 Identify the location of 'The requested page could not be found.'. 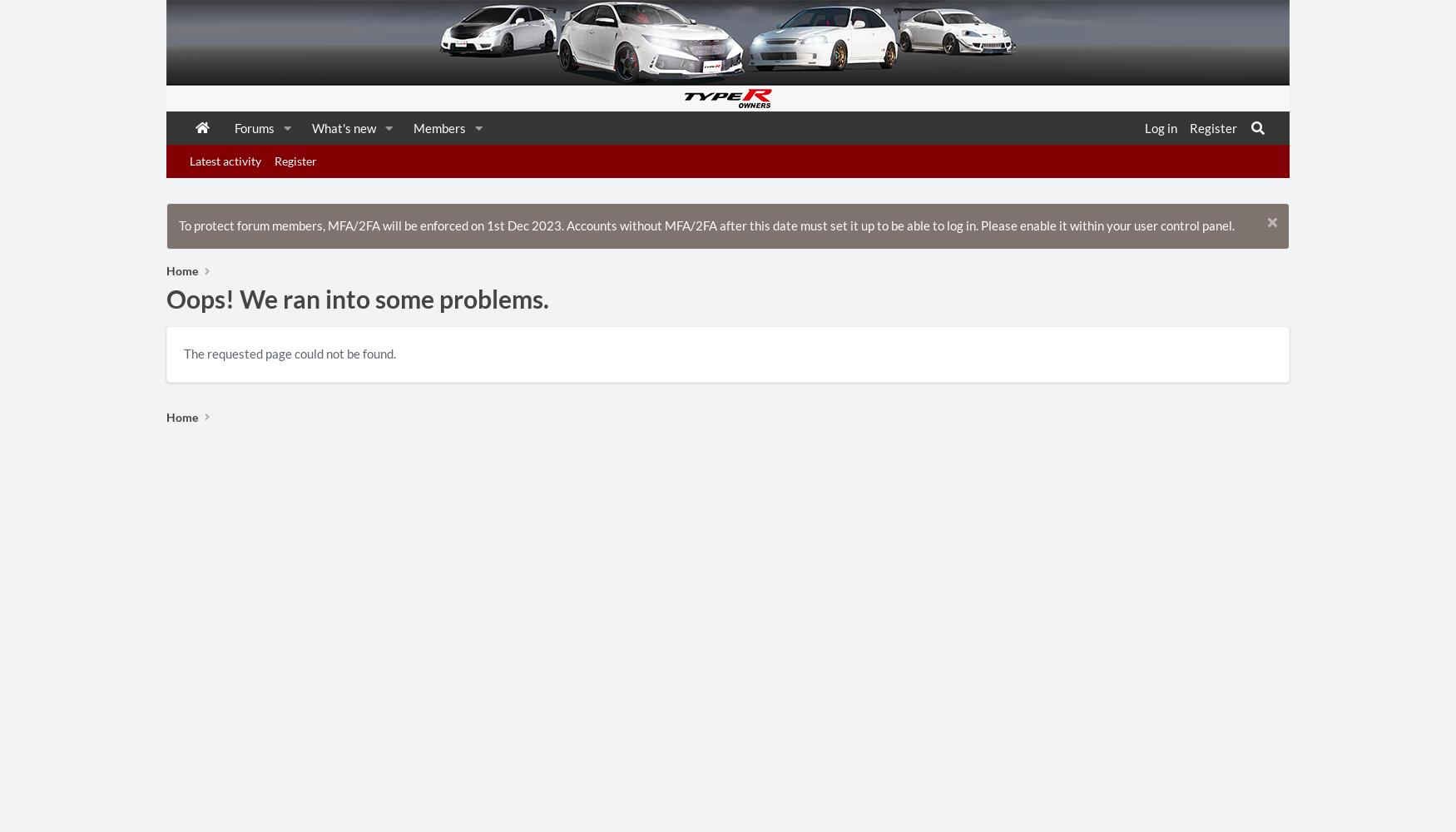
(290, 354).